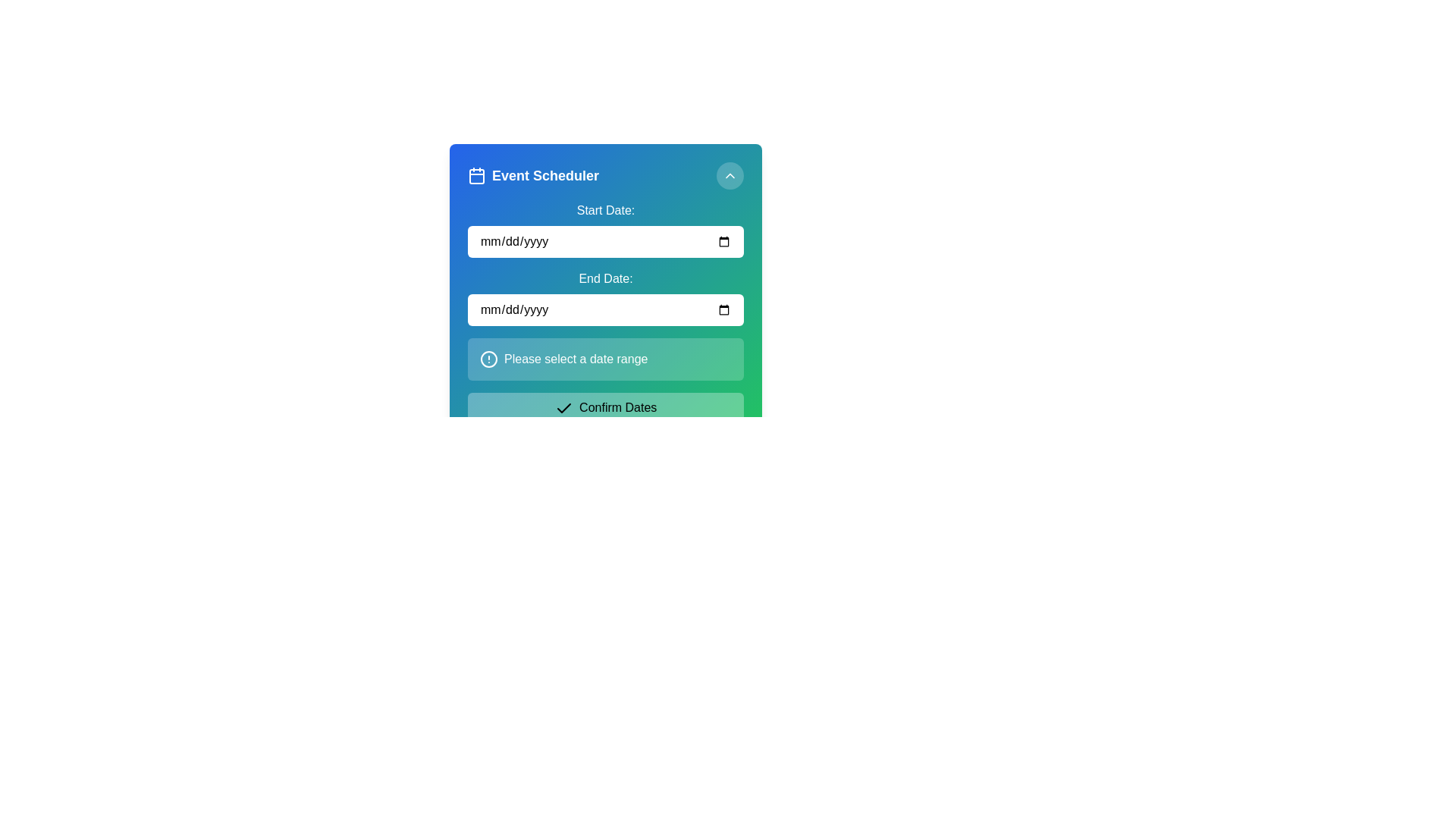 This screenshot has height=819, width=1456. What do you see at coordinates (604, 278) in the screenshot?
I see `the text label that reads 'End Date:', which is styled with a clean font and positioned above the date input field in a vertically aligned form` at bounding box center [604, 278].